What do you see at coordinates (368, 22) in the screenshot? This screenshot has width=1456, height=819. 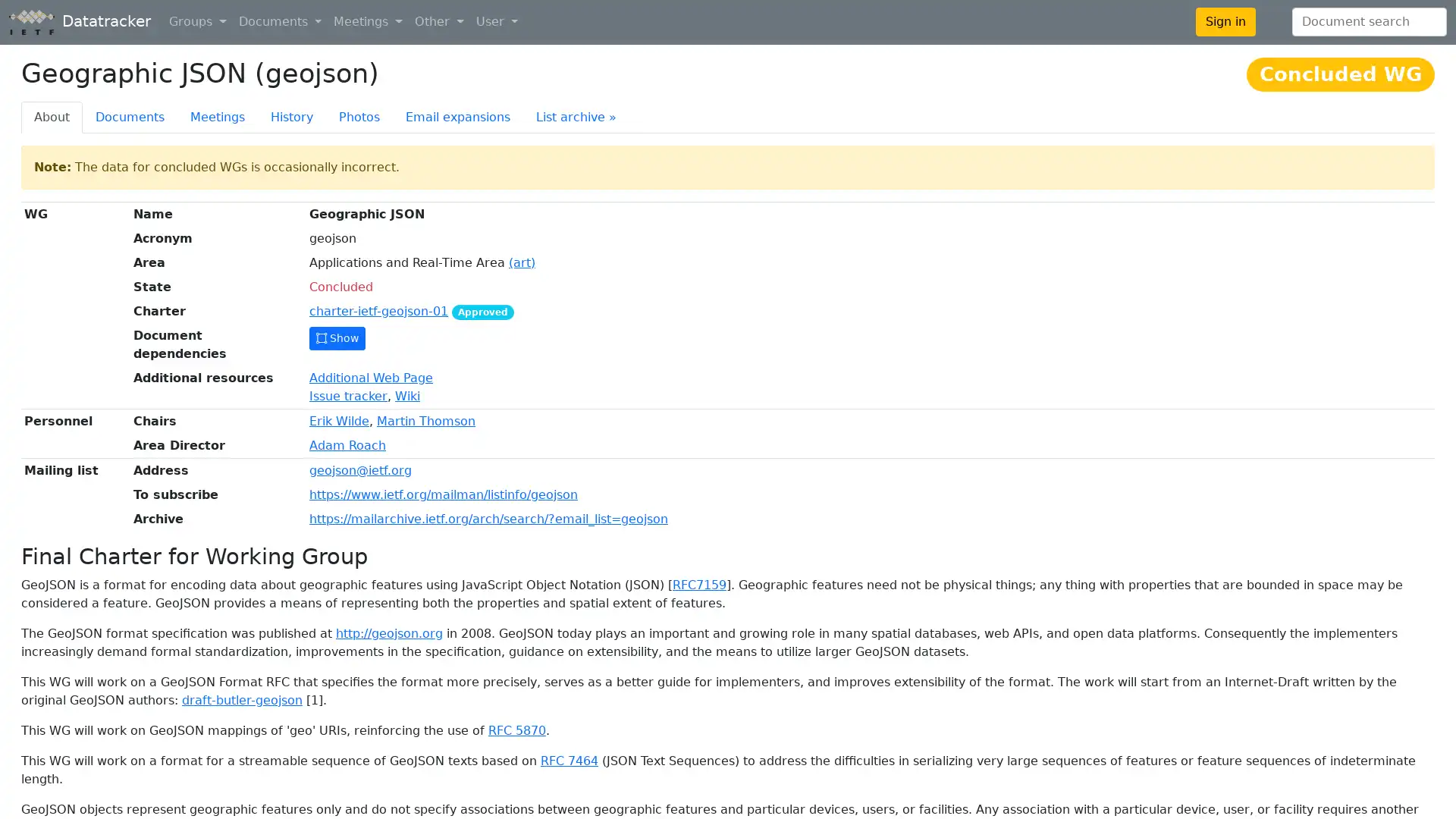 I see `Meetings` at bounding box center [368, 22].